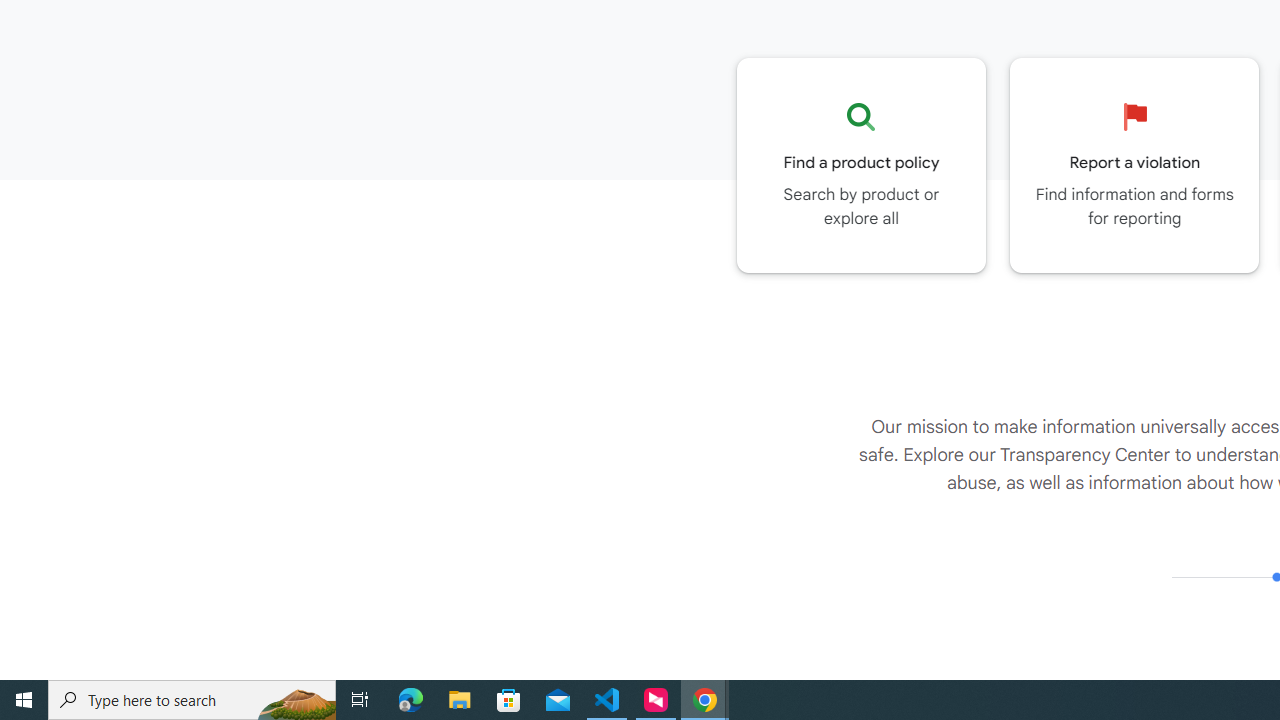  Describe the element at coordinates (1134, 164) in the screenshot. I see `'Go to the Reporting and appeals page'` at that location.